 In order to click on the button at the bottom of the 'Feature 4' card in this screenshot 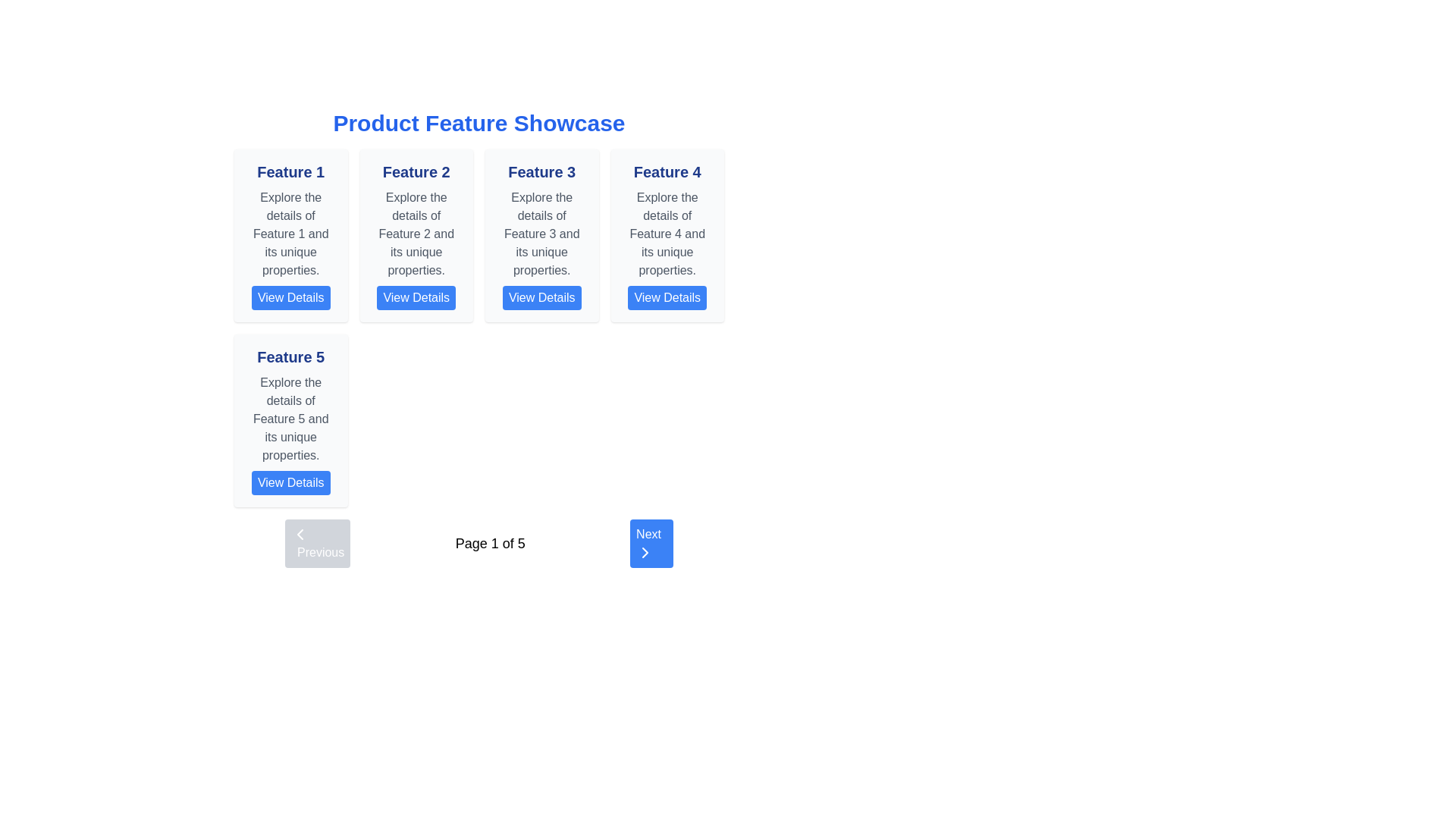, I will do `click(667, 298)`.